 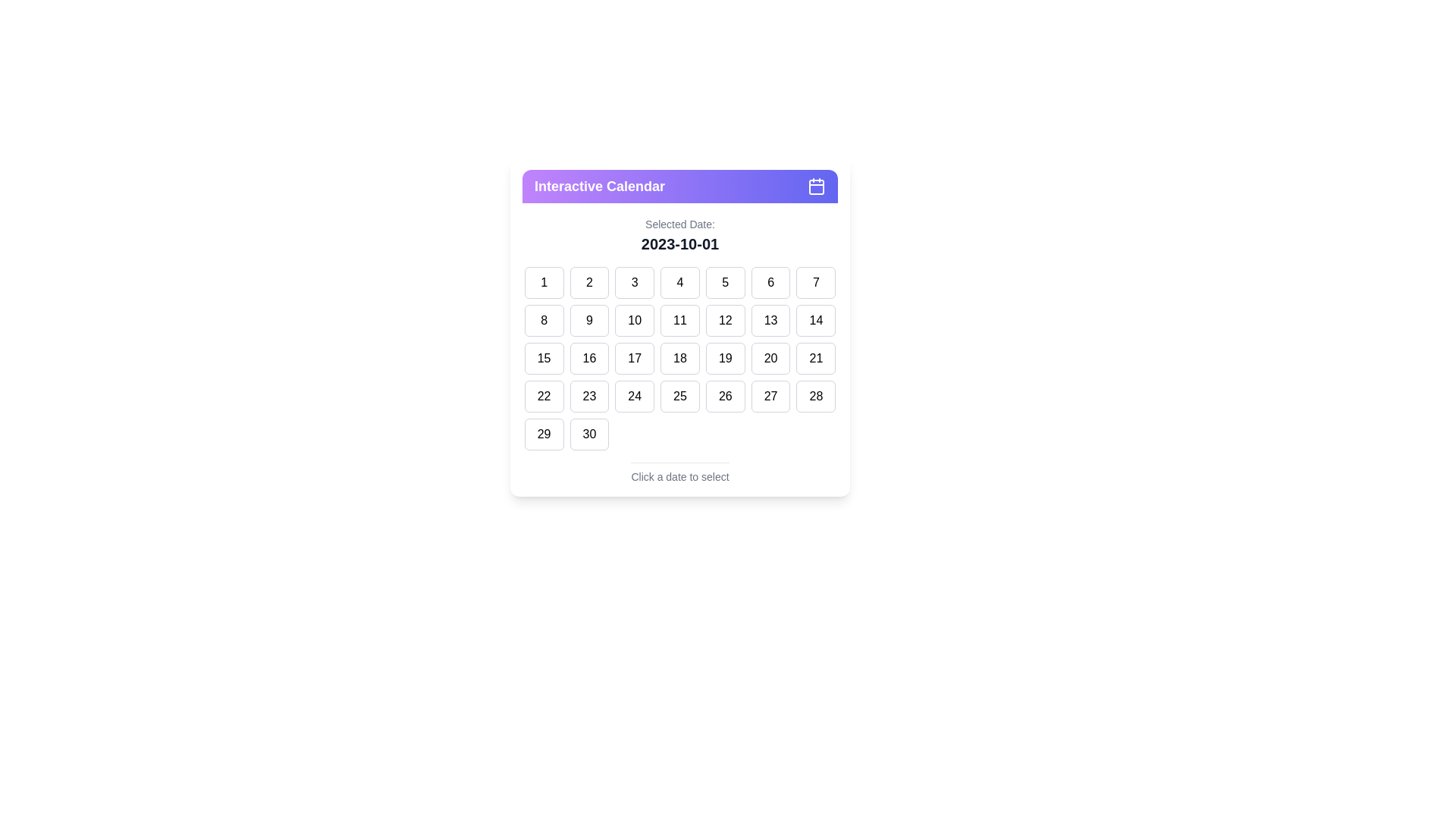 What do you see at coordinates (544, 435) in the screenshot?
I see `the button labeled '29' located in the second-to-last row of the 'Interactive Calendar' section` at bounding box center [544, 435].